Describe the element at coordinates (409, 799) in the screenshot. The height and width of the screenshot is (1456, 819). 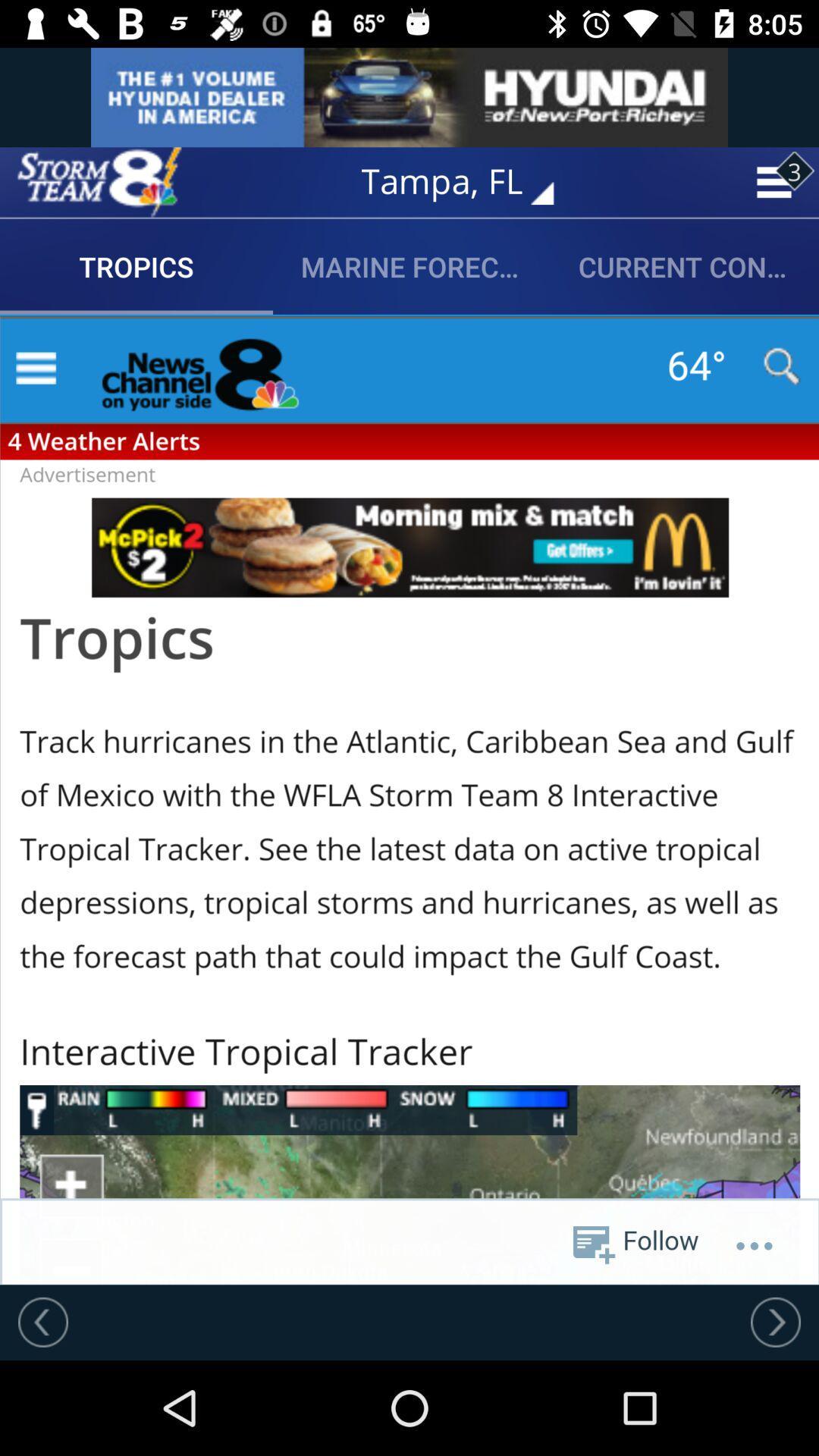
I see `tropics in screen` at that location.